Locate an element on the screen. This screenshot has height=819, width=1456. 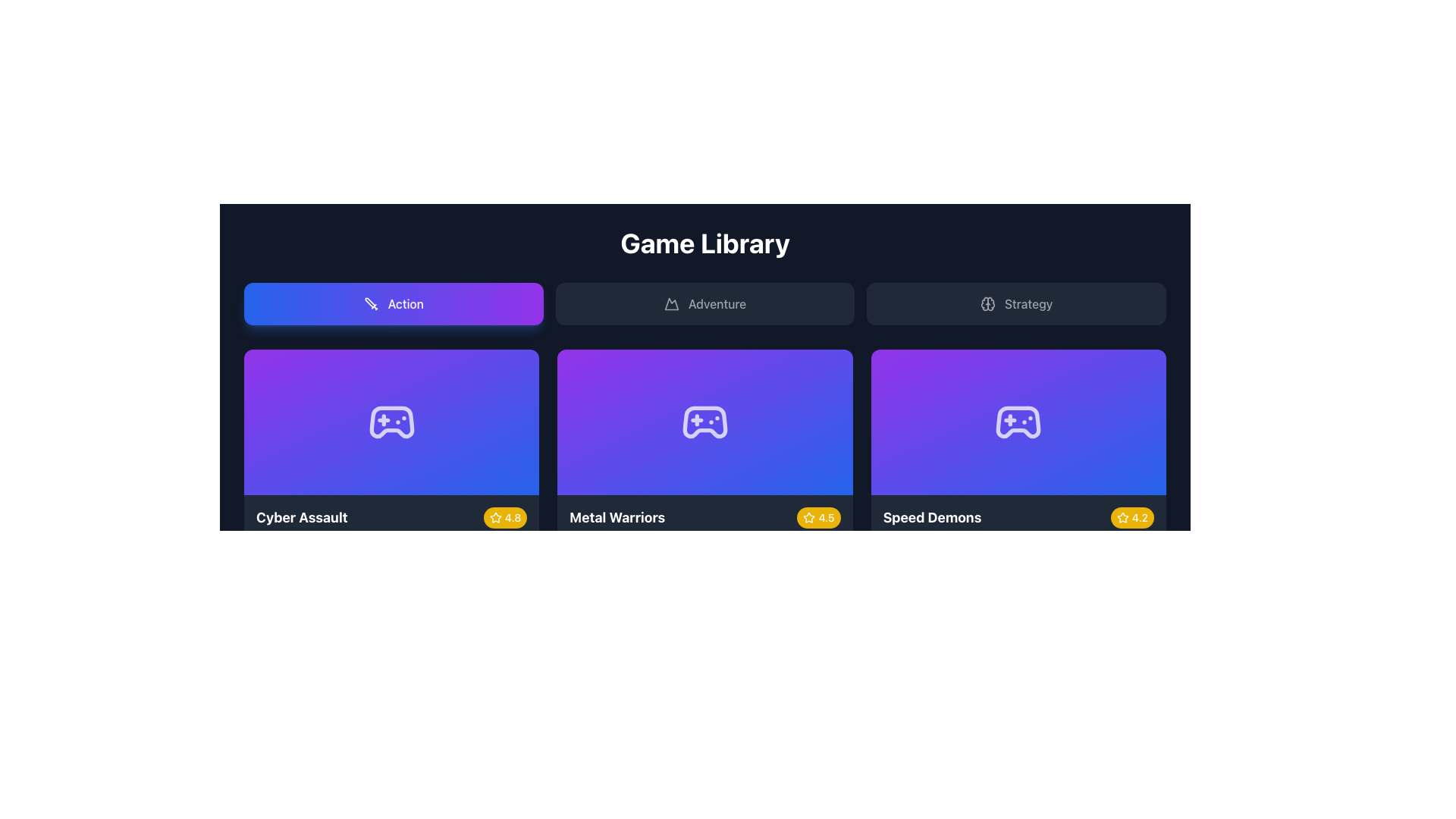
the golden star-shaped icon located inside the circular rating badge displaying '4.2' in the bottom right corner of the 'Speed Demons' game panel is located at coordinates (1122, 516).